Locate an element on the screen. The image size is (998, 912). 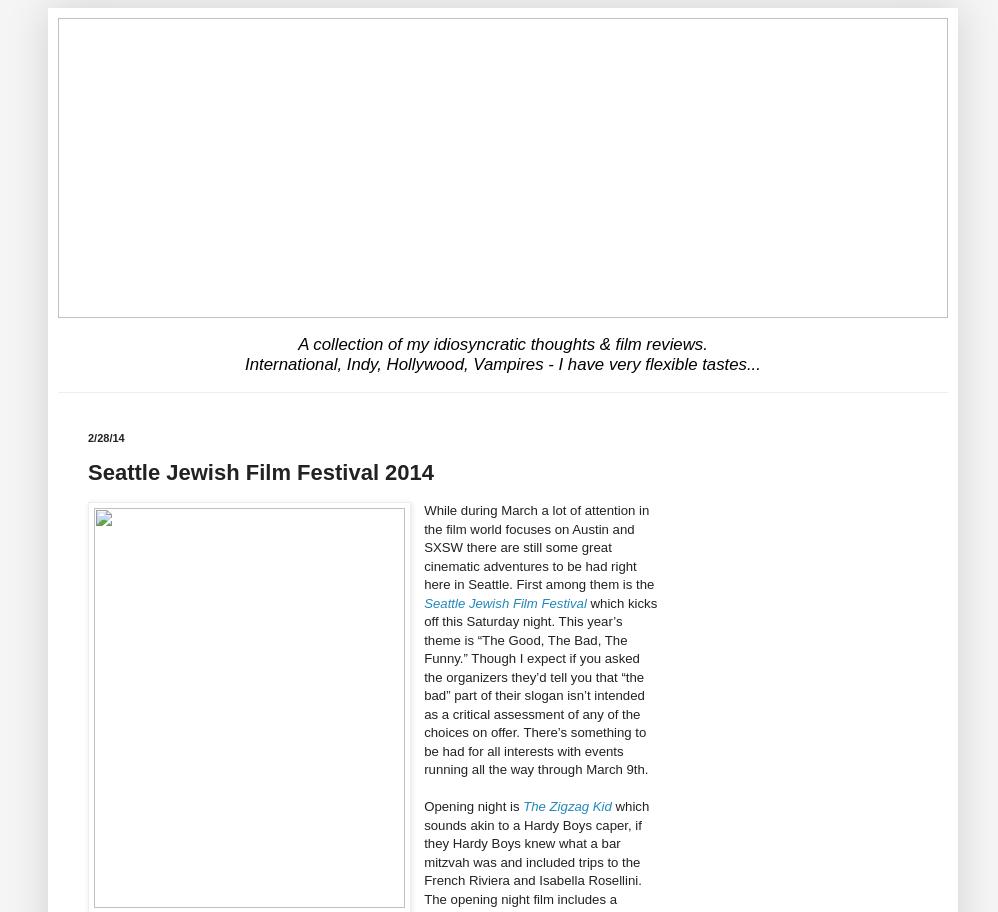
'International, Indy, Hollywood, Vampires - I have' is located at coordinates (426, 362).